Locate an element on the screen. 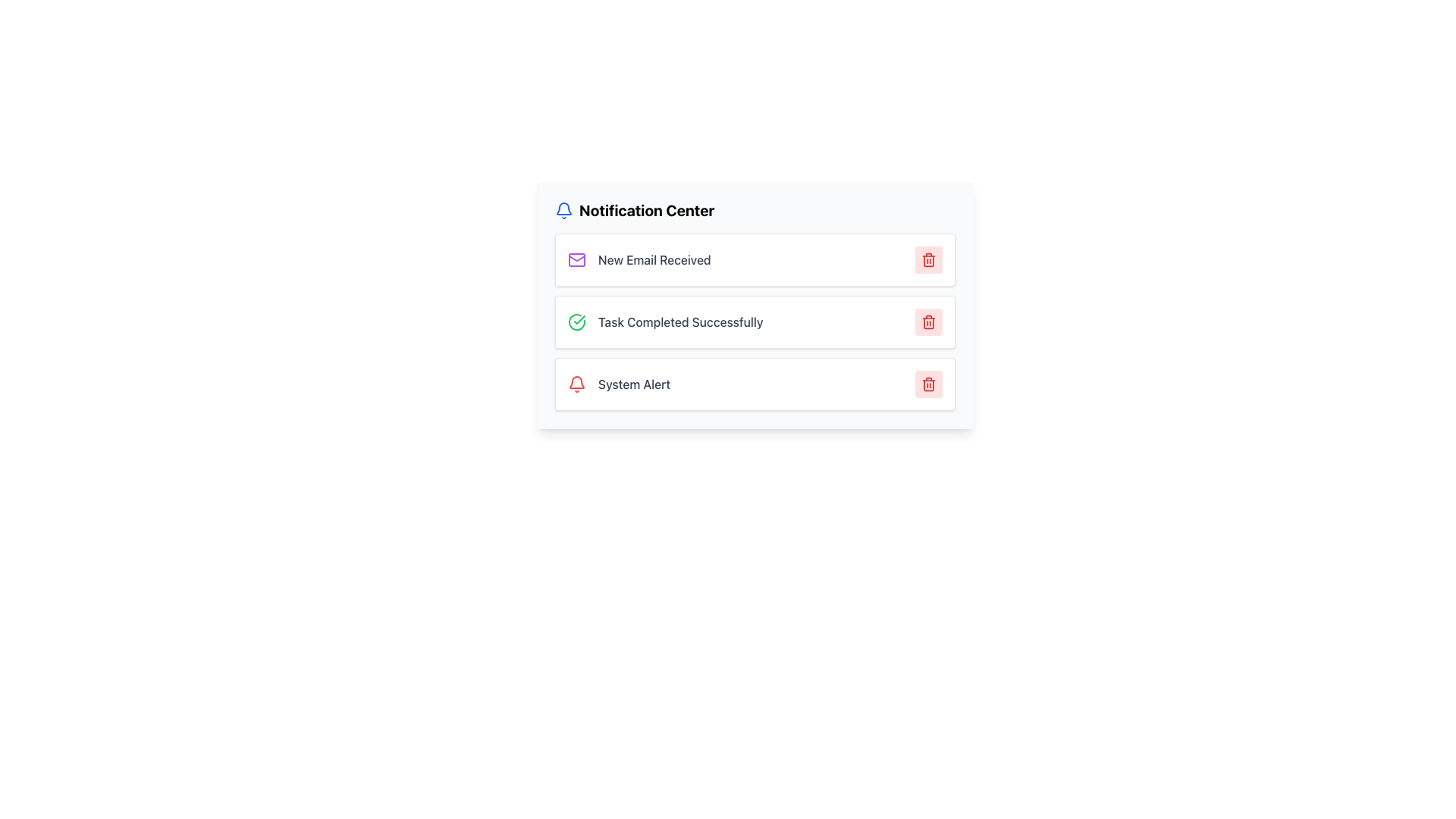 This screenshot has width=1456, height=819. the bell-shaped icon with a red stroke color, located to the left of the 'System Alert' text is located at coordinates (576, 383).